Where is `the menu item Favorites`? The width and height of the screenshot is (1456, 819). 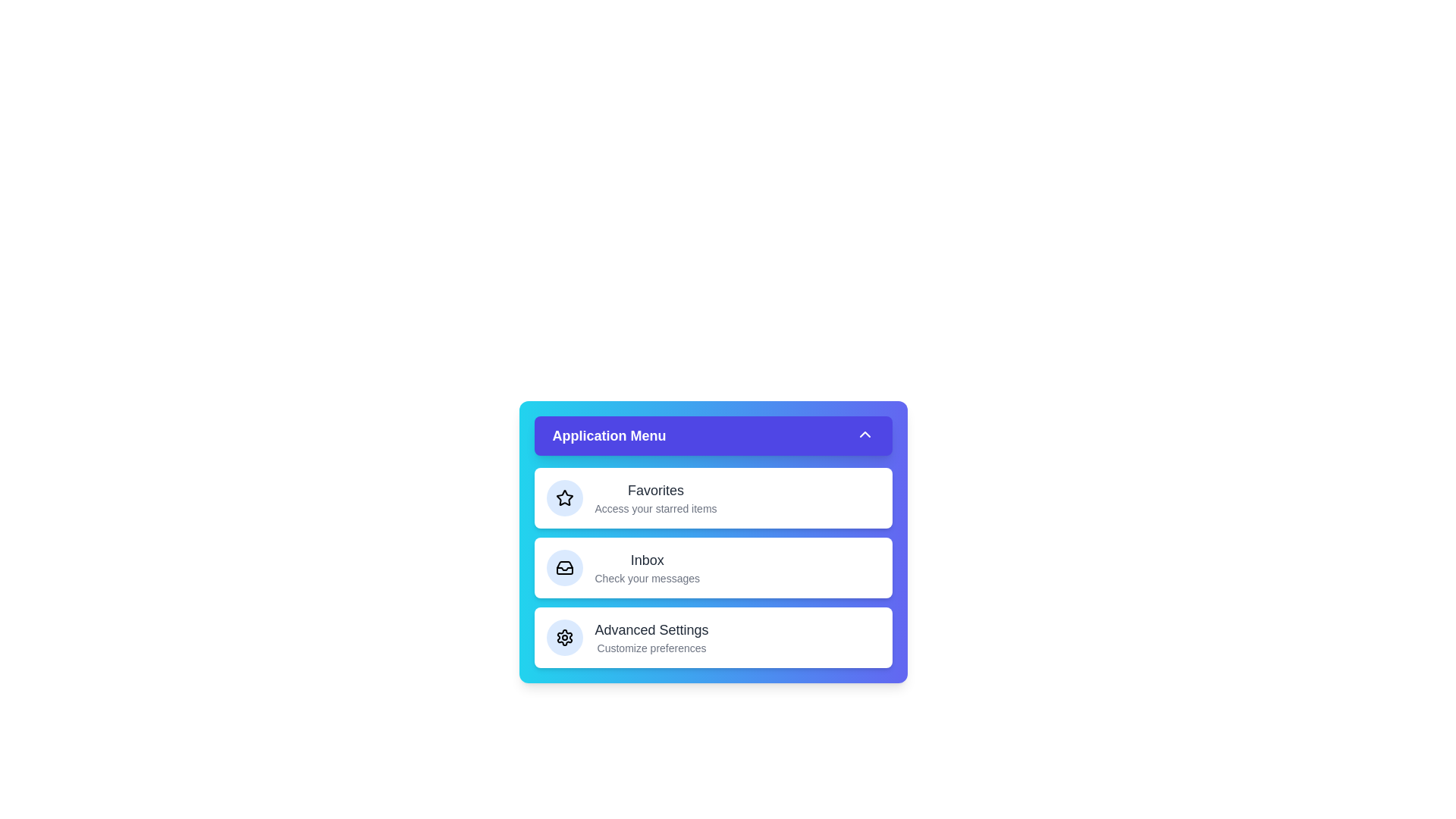 the menu item Favorites is located at coordinates (712, 497).